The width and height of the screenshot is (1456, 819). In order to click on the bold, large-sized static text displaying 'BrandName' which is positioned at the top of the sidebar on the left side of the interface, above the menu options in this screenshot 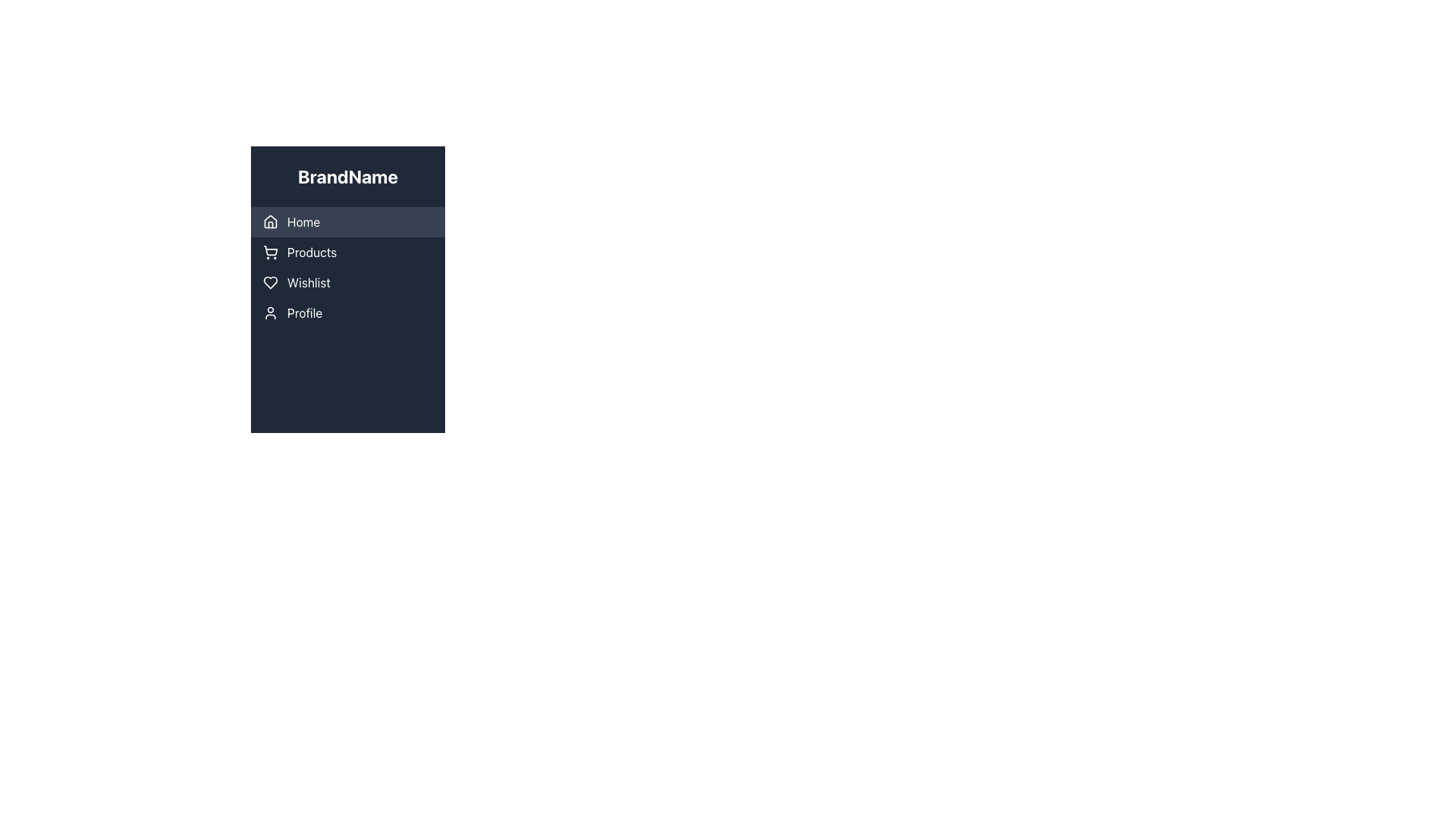, I will do `click(347, 175)`.